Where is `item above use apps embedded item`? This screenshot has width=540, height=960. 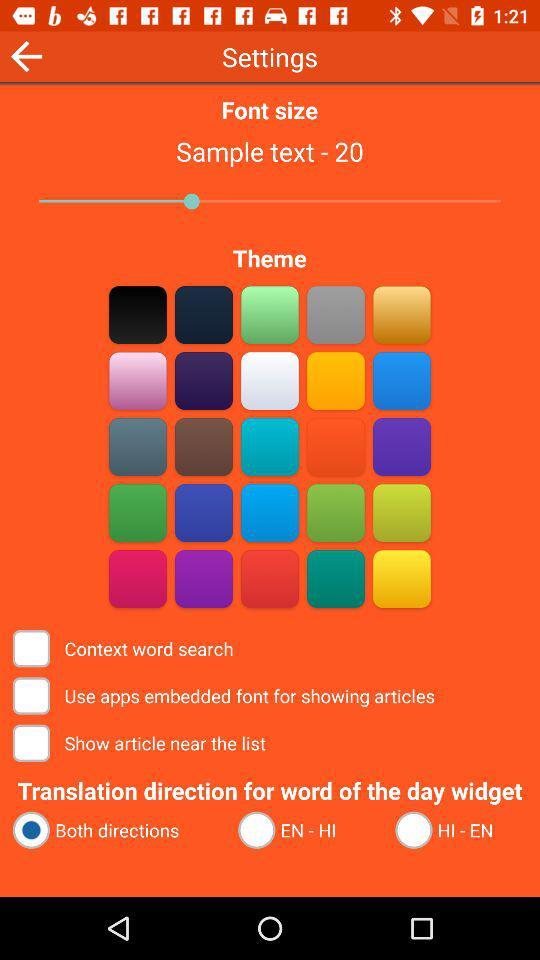
item above use apps embedded item is located at coordinates (125, 647).